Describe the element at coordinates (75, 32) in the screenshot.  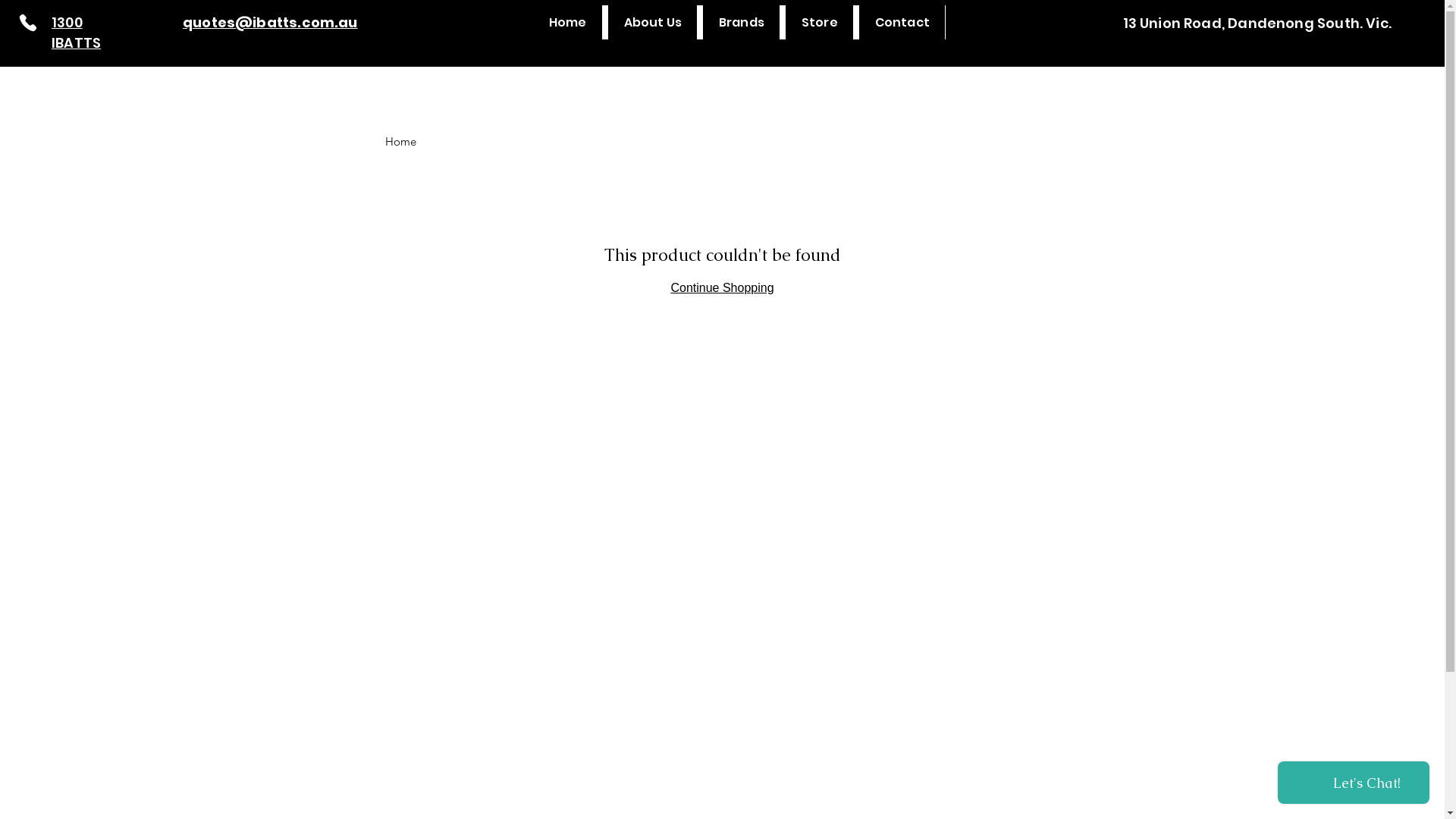
I see `'1300 IBATTS'` at that location.